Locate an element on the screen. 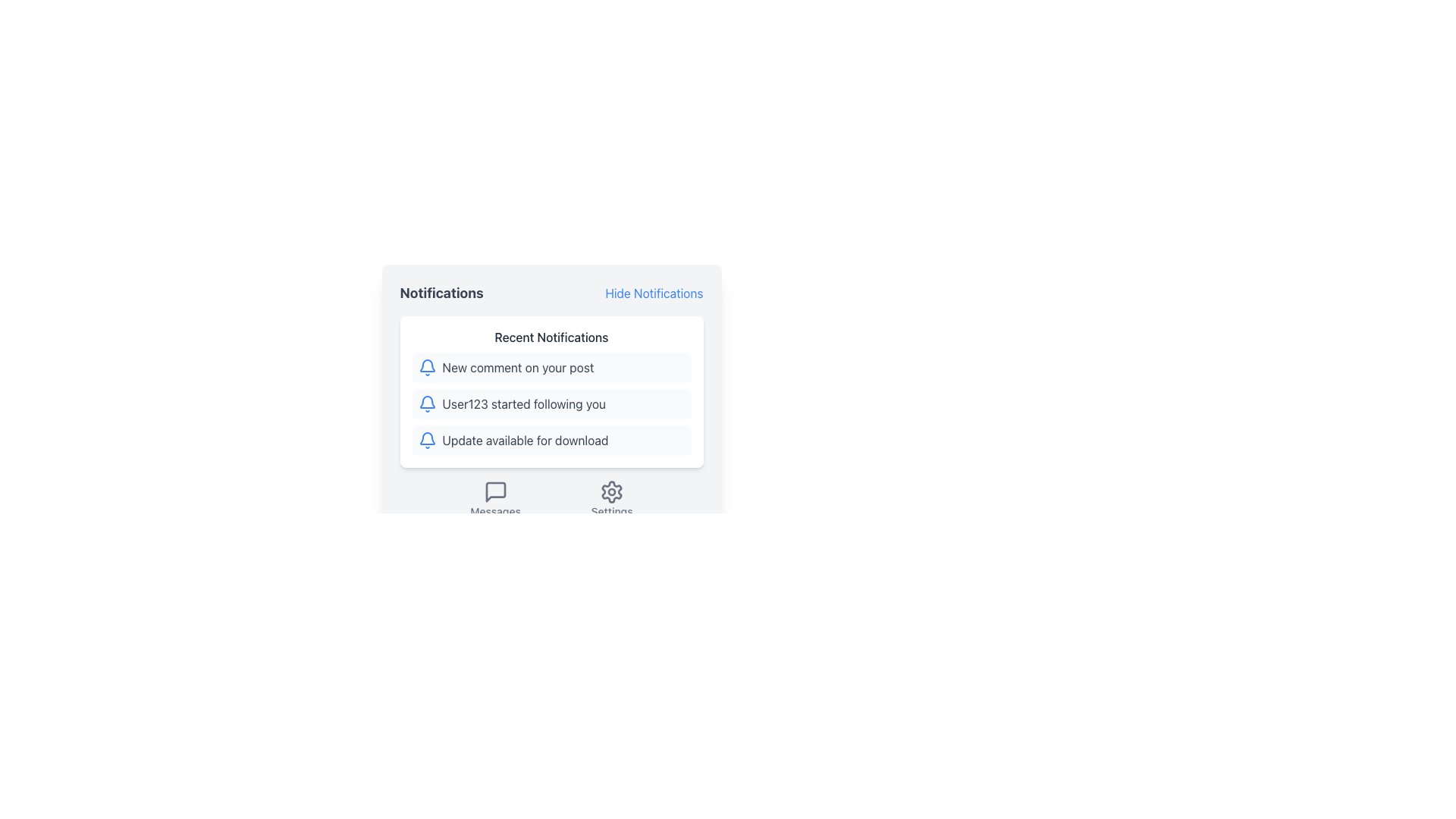  the 'Messages' Icon and Text Button located at the bottom of the interface is located at coordinates (495, 500).